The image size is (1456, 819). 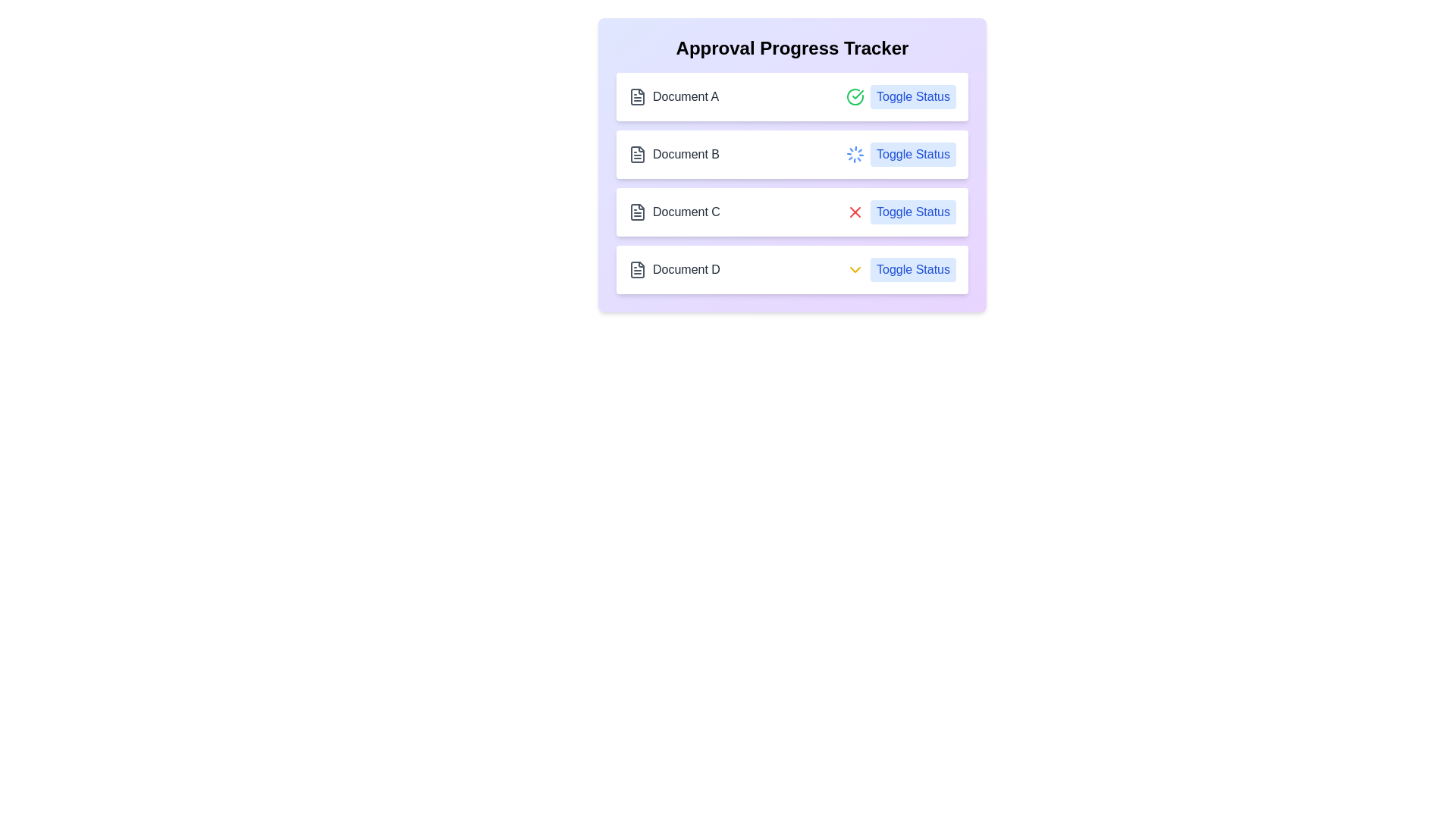 I want to click on the 'Document A' text with icon element, which is the first item in the list within the 'Approval Progress Tracker' box, so click(x=673, y=96).